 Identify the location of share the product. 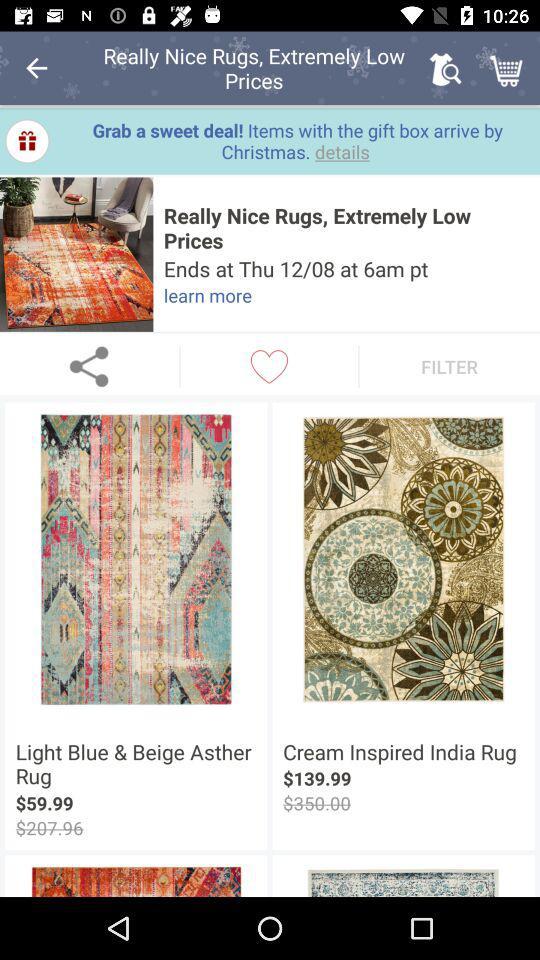
(88, 365).